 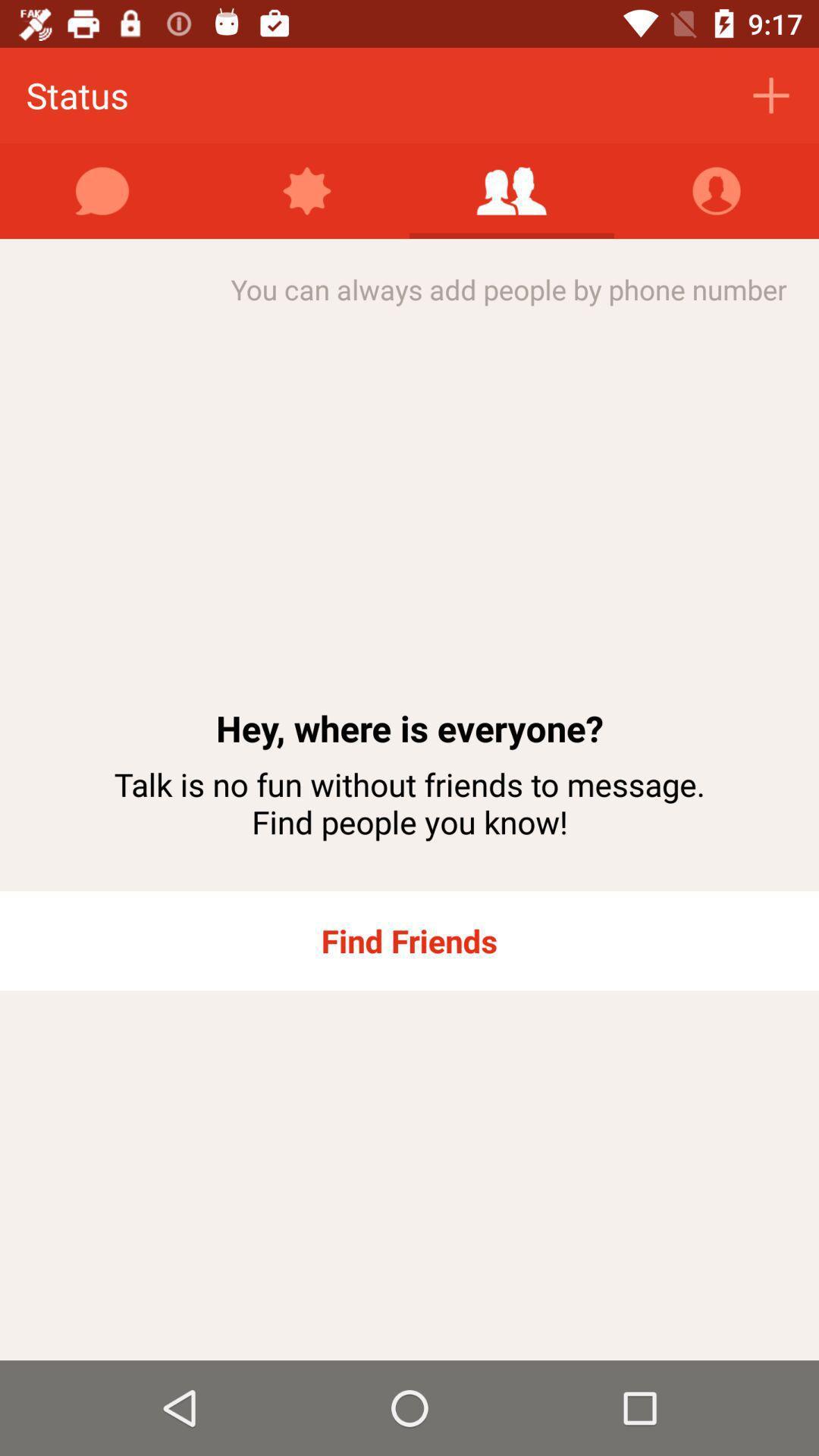 I want to click on option, so click(x=512, y=190).